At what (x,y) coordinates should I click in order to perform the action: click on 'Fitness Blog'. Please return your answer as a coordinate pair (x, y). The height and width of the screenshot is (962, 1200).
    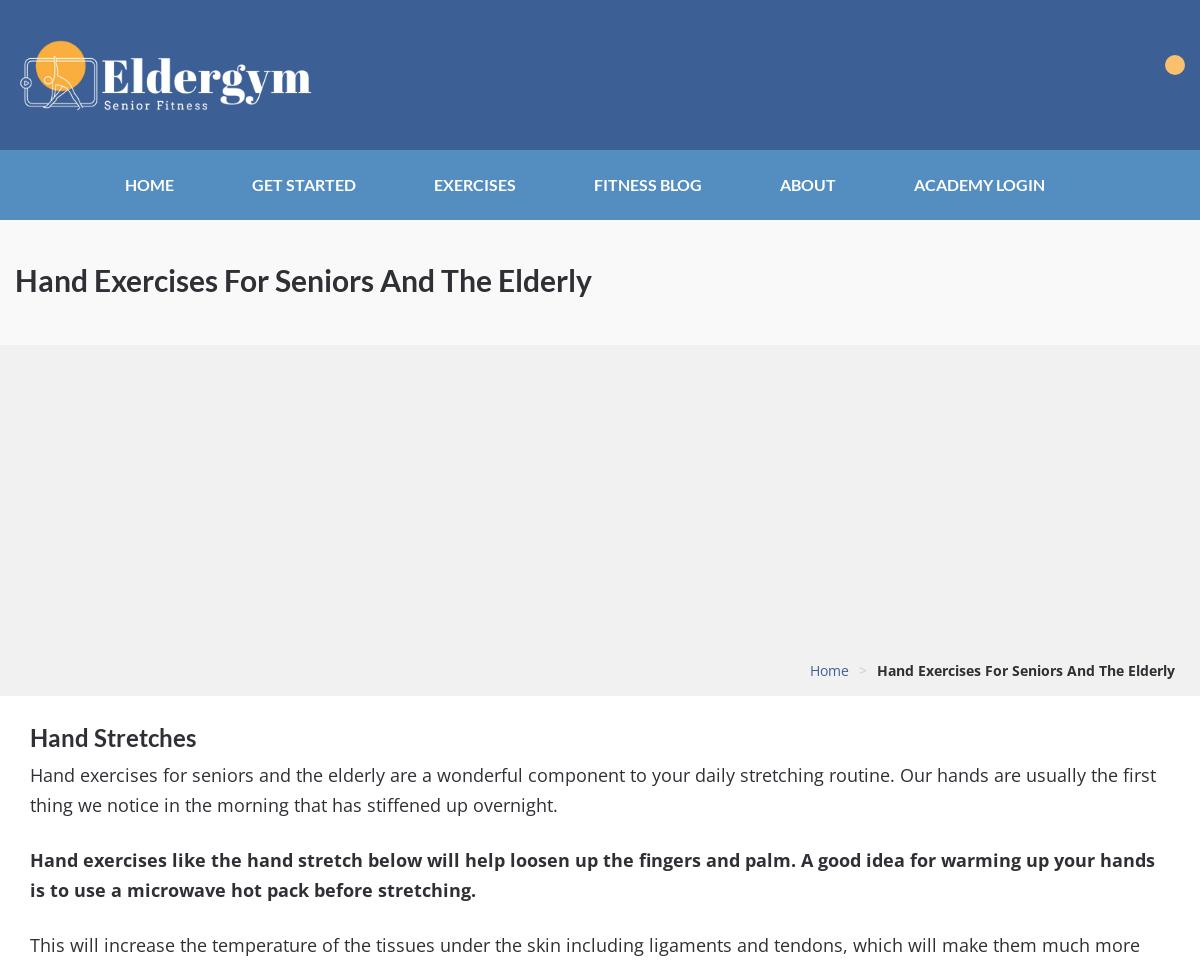
    Looking at the image, I should click on (648, 184).